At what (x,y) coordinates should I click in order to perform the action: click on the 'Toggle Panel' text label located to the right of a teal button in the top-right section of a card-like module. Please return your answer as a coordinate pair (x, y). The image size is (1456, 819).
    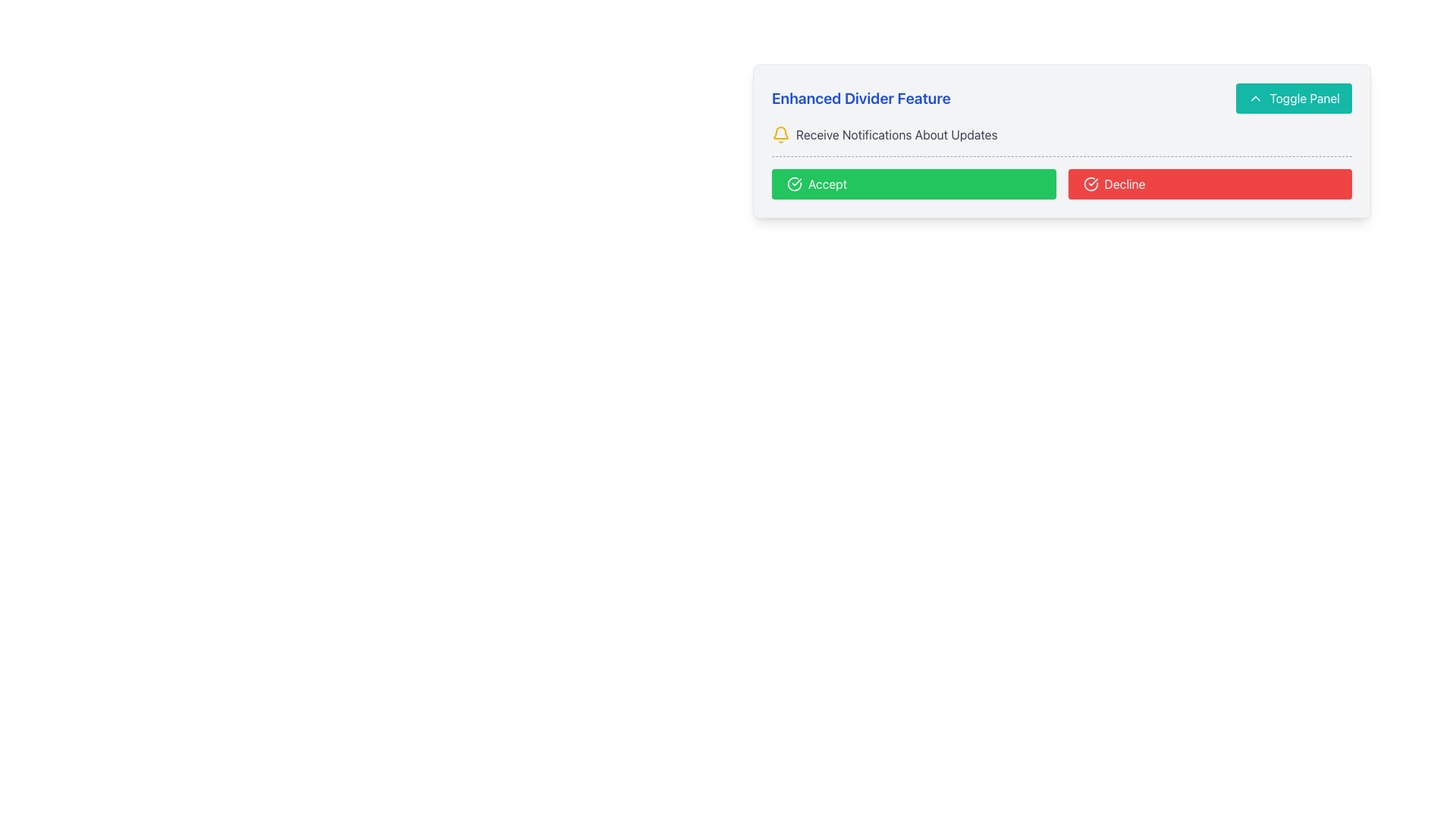
    Looking at the image, I should click on (1304, 99).